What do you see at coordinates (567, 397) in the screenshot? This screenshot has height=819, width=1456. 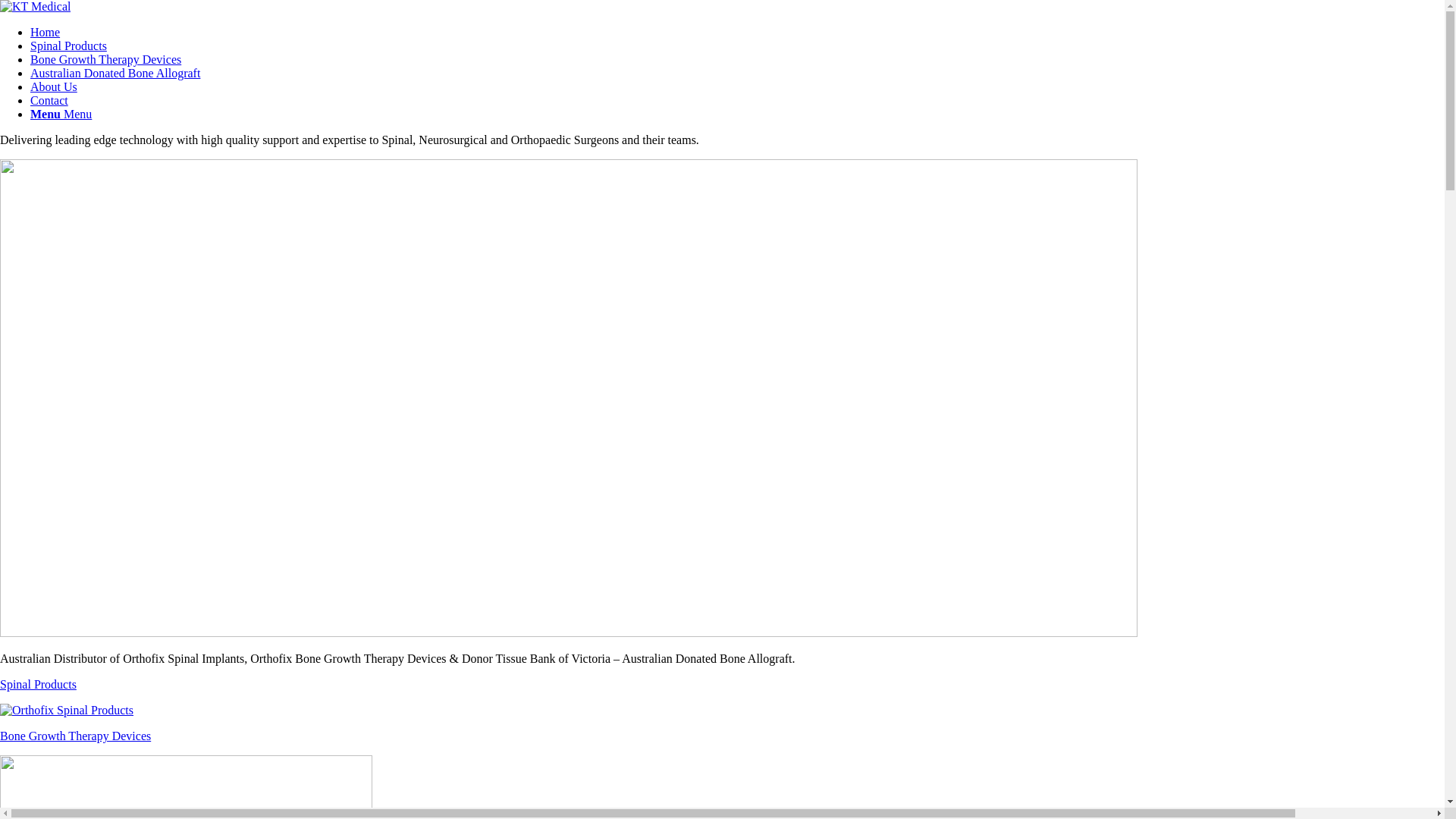 I see `'Header'` at bounding box center [567, 397].